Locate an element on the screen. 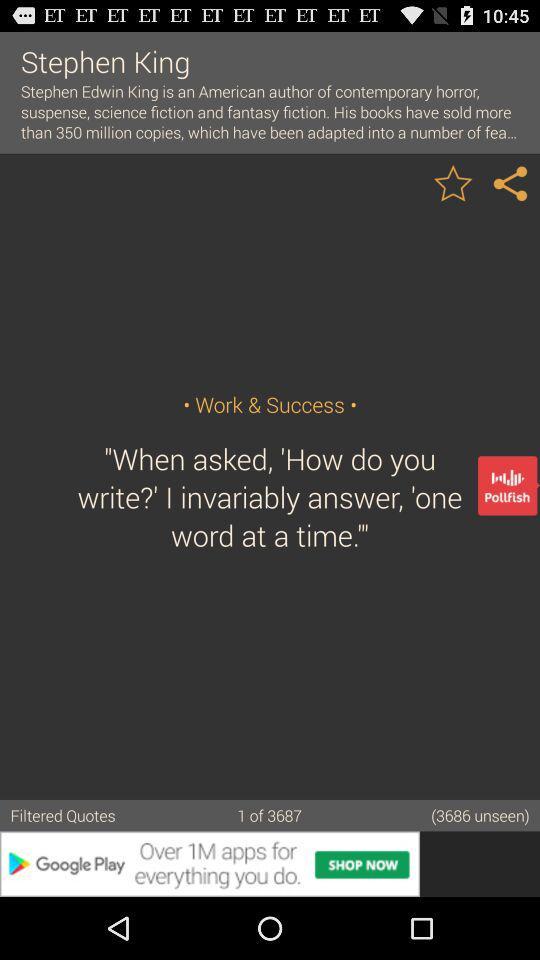 The height and width of the screenshot is (960, 540). the share icon is located at coordinates (511, 195).